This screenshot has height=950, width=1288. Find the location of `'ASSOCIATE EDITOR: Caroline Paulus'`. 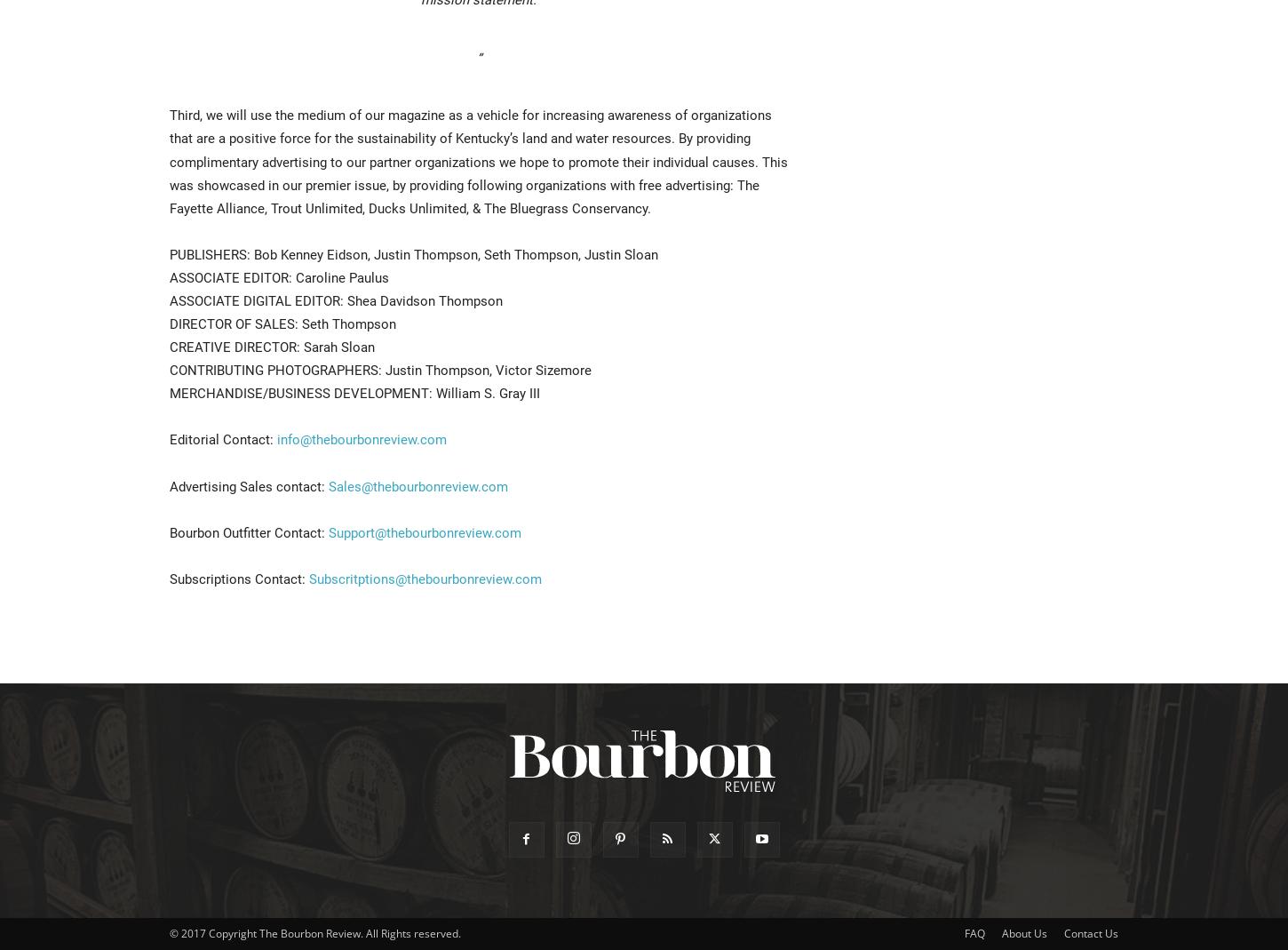

'ASSOCIATE EDITOR: Caroline Paulus' is located at coordinates (168, 276).